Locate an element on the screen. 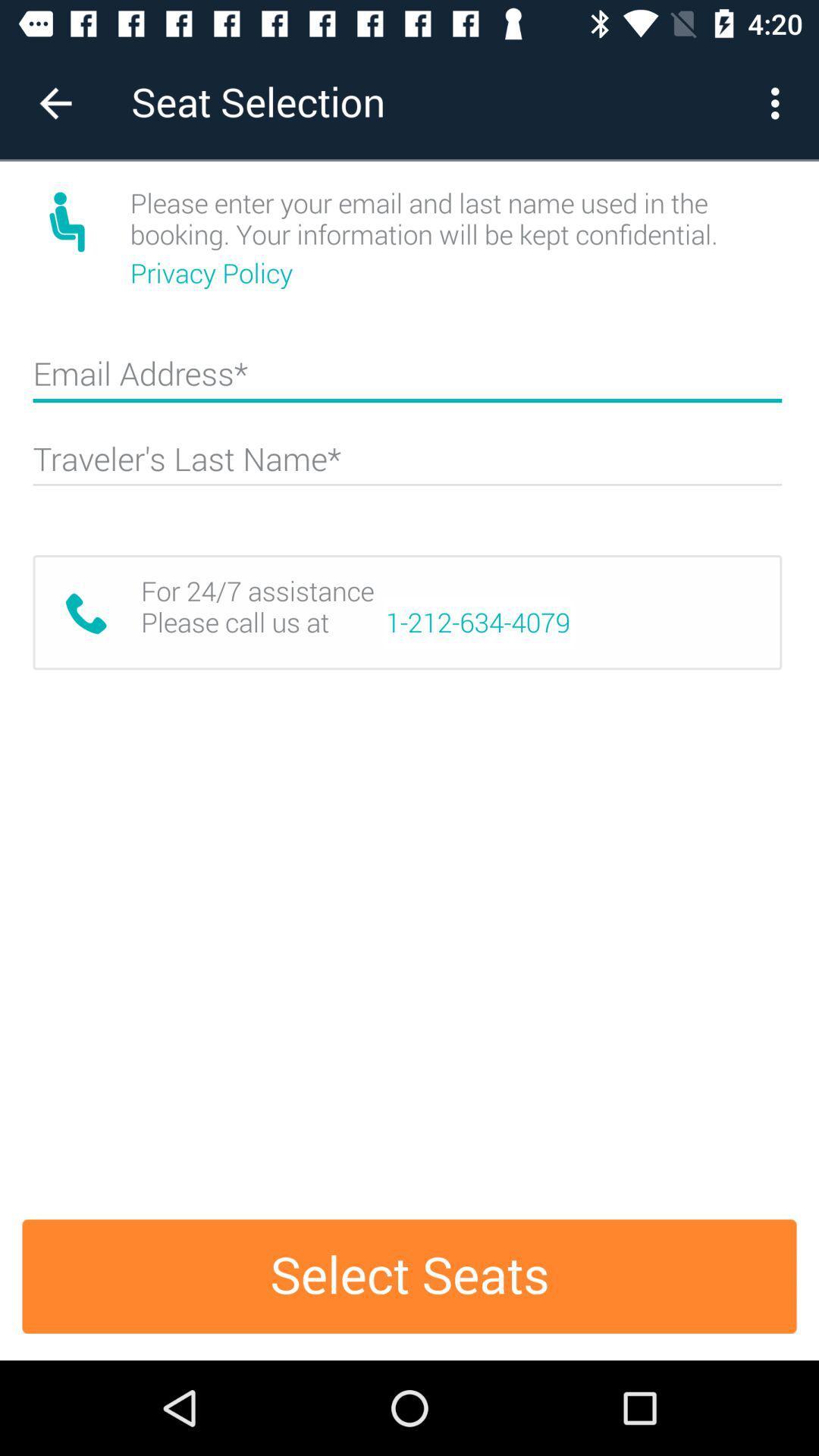 The image size is (819, 1456). last name is located at coordinates (406, 465).